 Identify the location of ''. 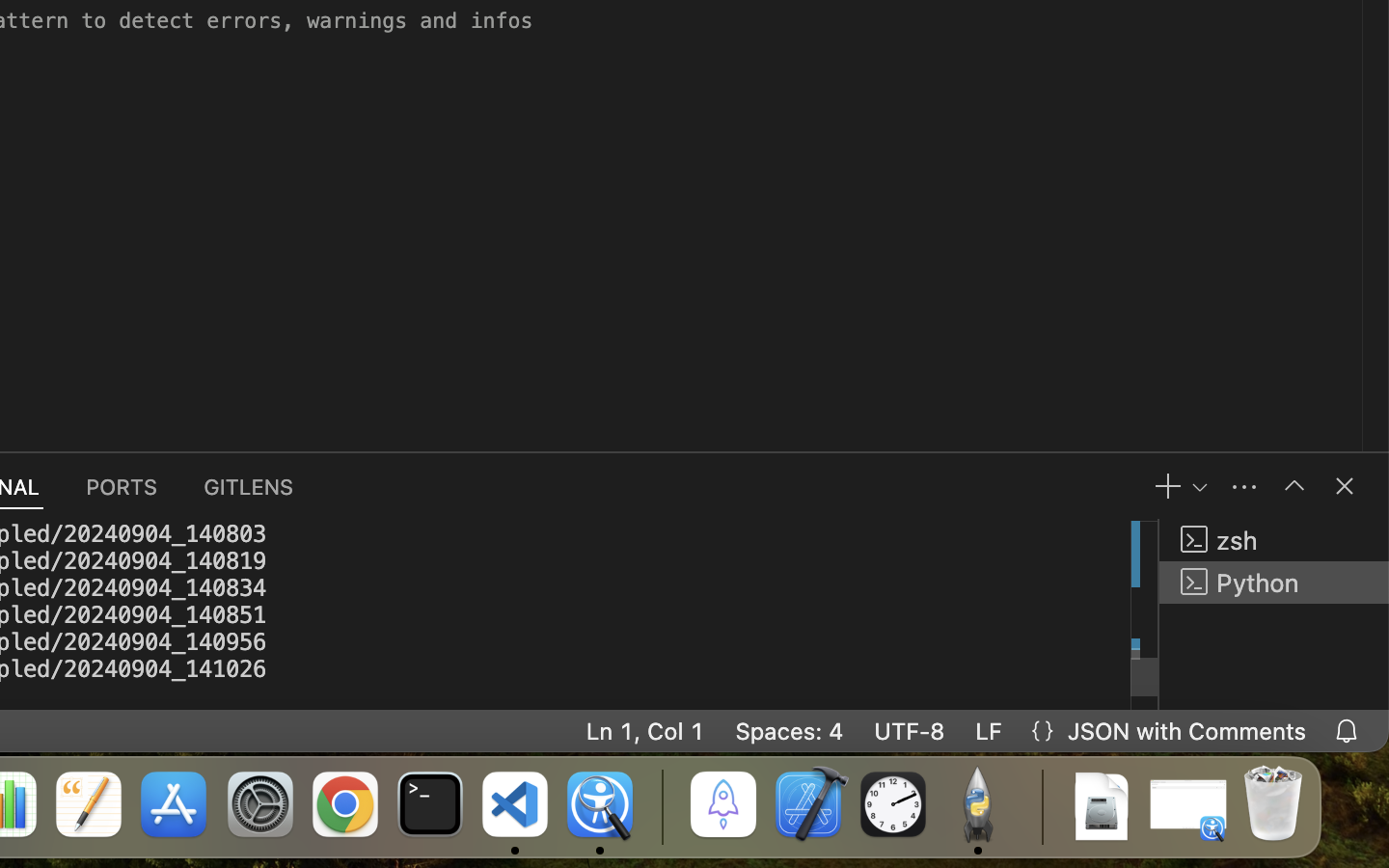
(1345, 485).